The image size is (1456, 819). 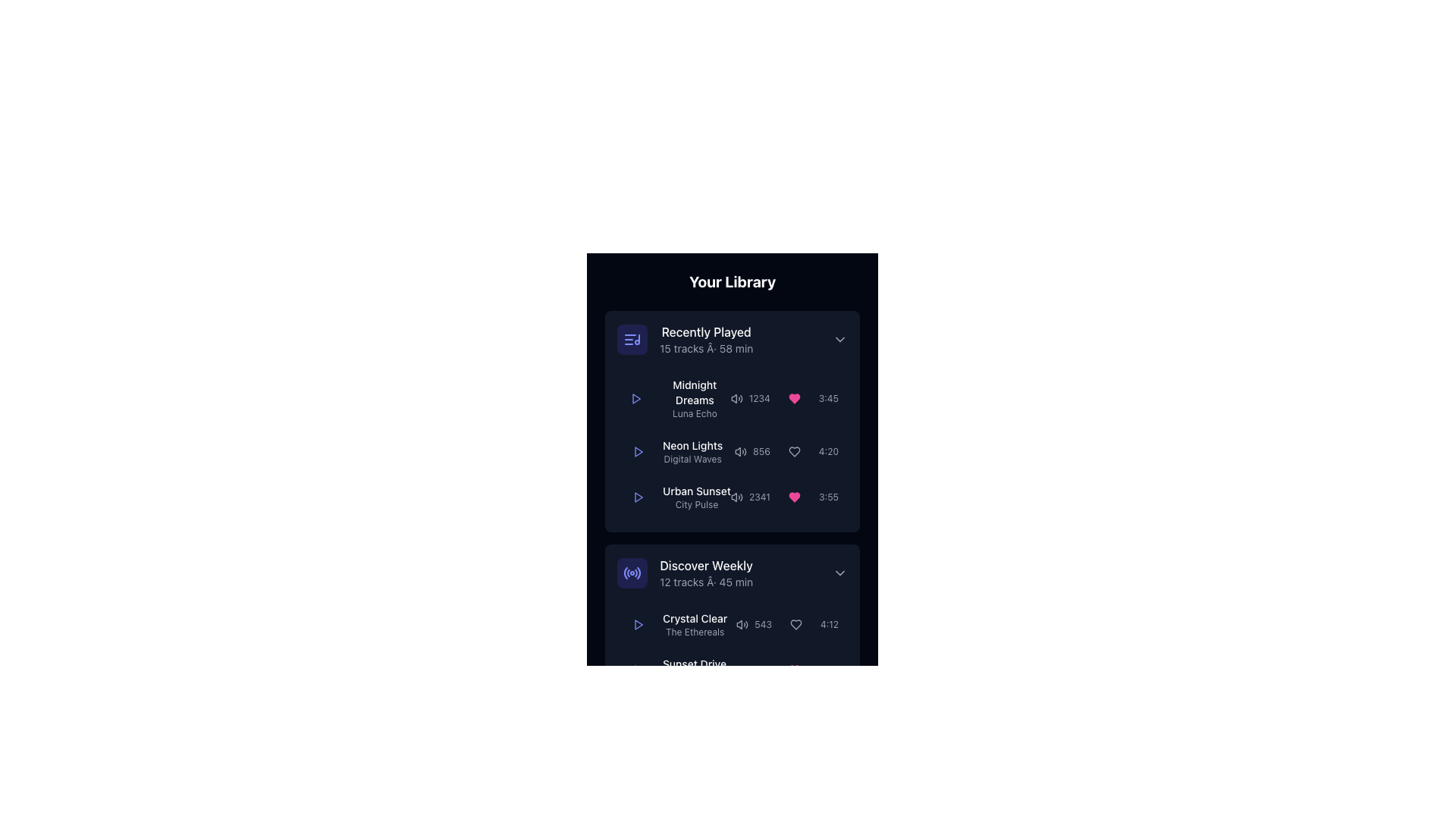 I want to click on the circular play button with a triangular 'play' icon to initiate playback of the content, so click(x=638, y=669).